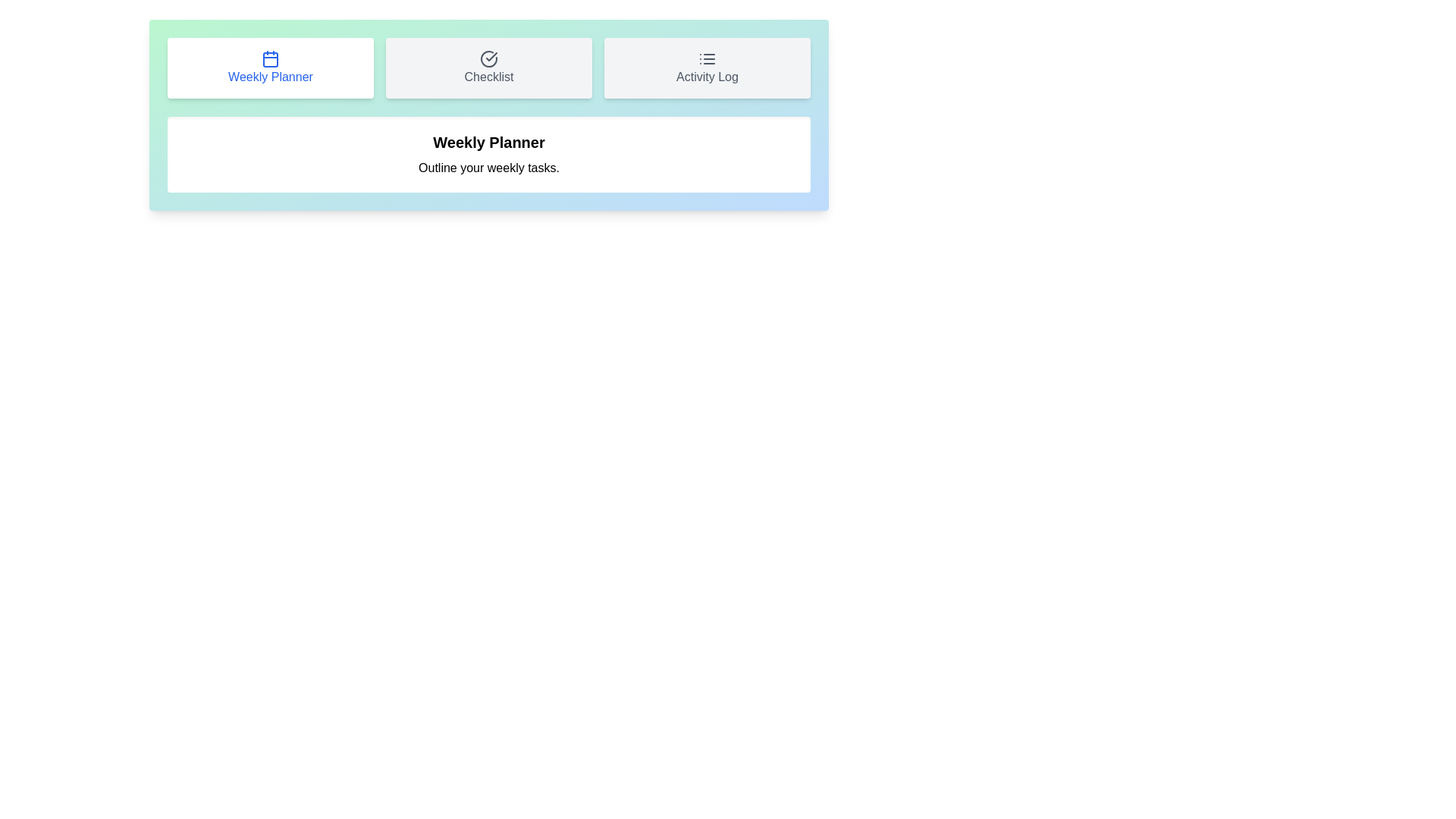 The width and height of the screenshot is (1456, 819). I want to click on the tab button corresponding to Weekly Planner to switch to that tab, so click(270, 67).